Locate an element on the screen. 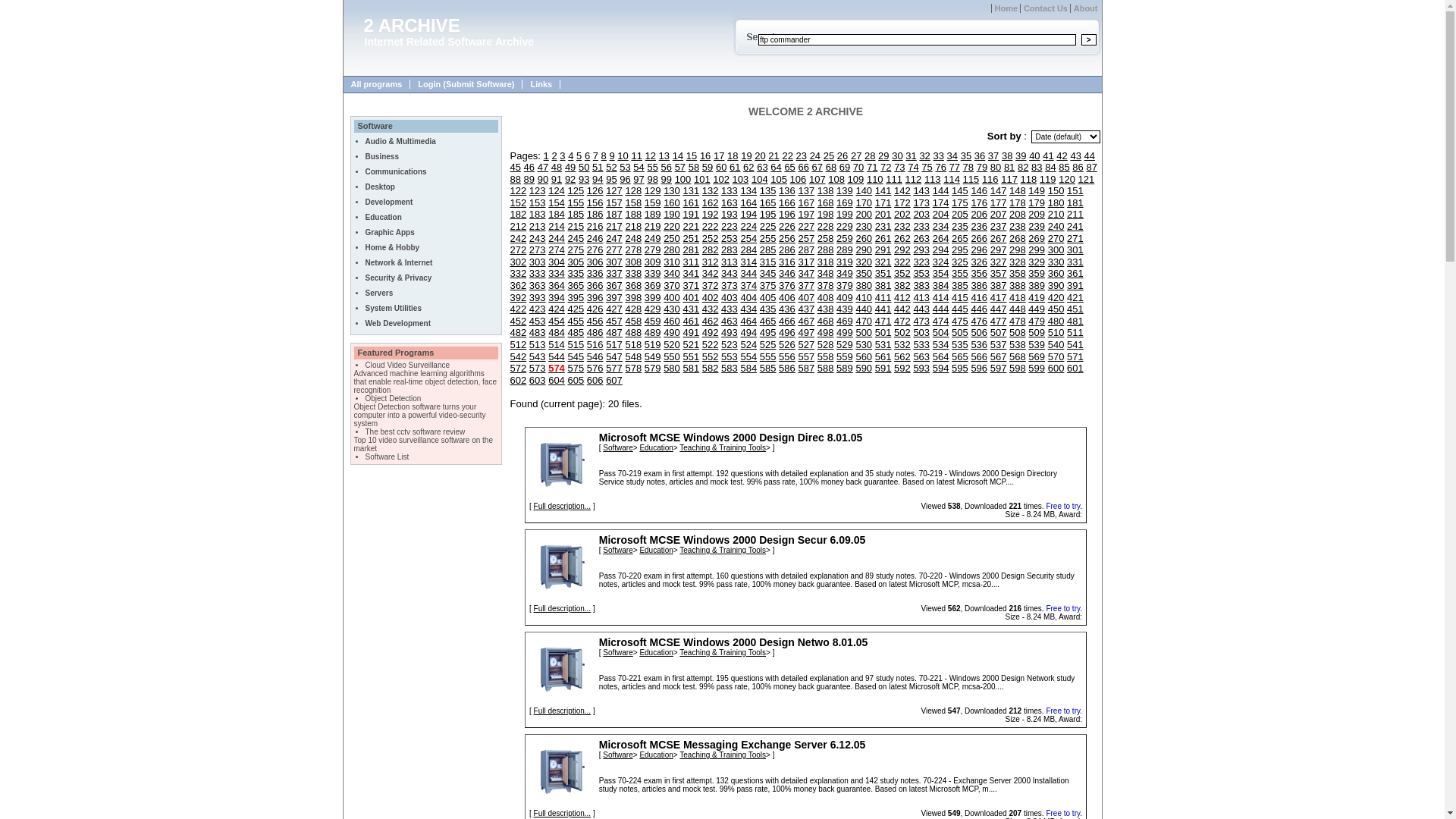 The image size is (1456, 819). '94' is located at coordinates (596, 178).